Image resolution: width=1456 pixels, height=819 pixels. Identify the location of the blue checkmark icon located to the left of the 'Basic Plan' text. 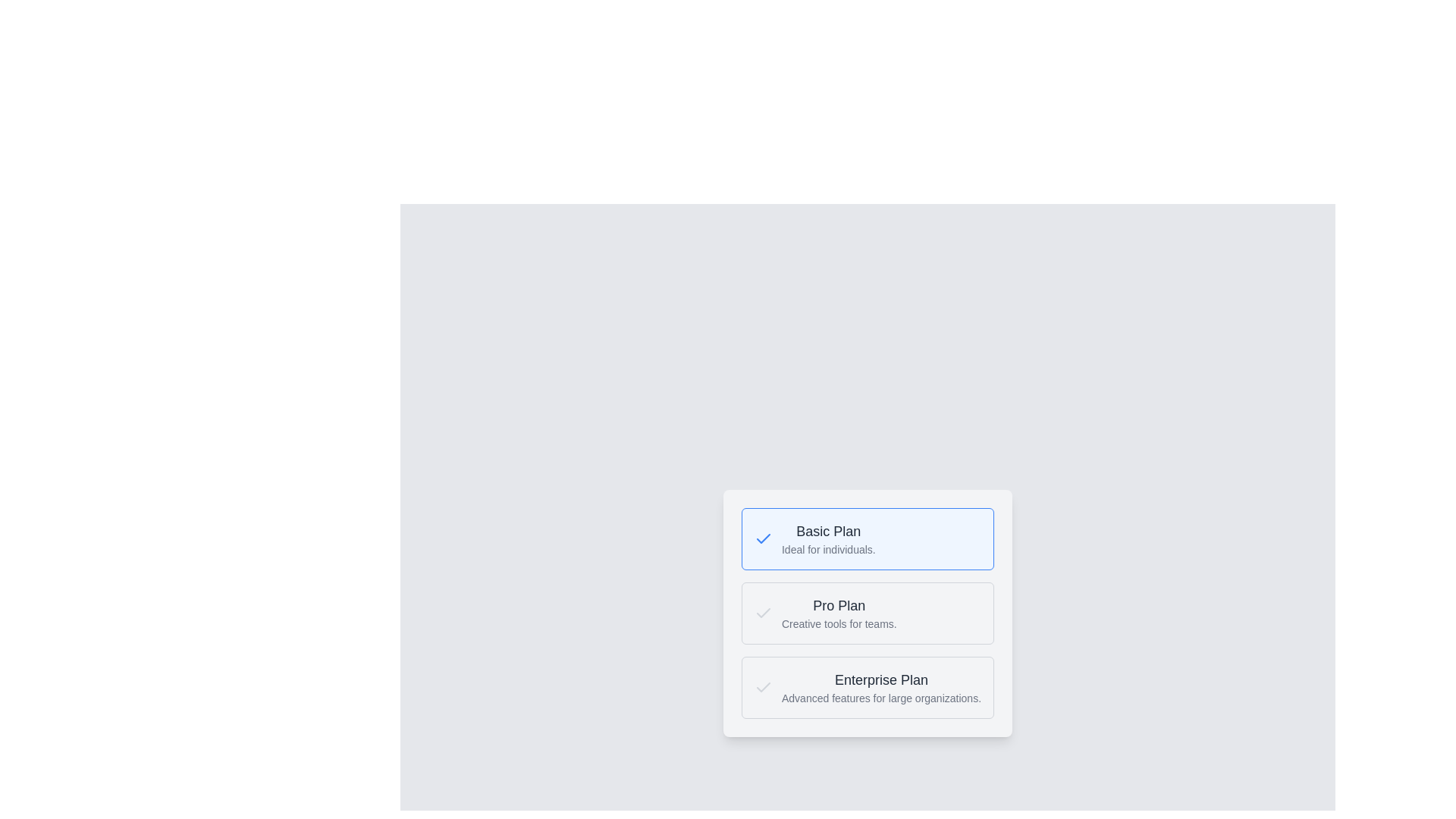
(764, 538).